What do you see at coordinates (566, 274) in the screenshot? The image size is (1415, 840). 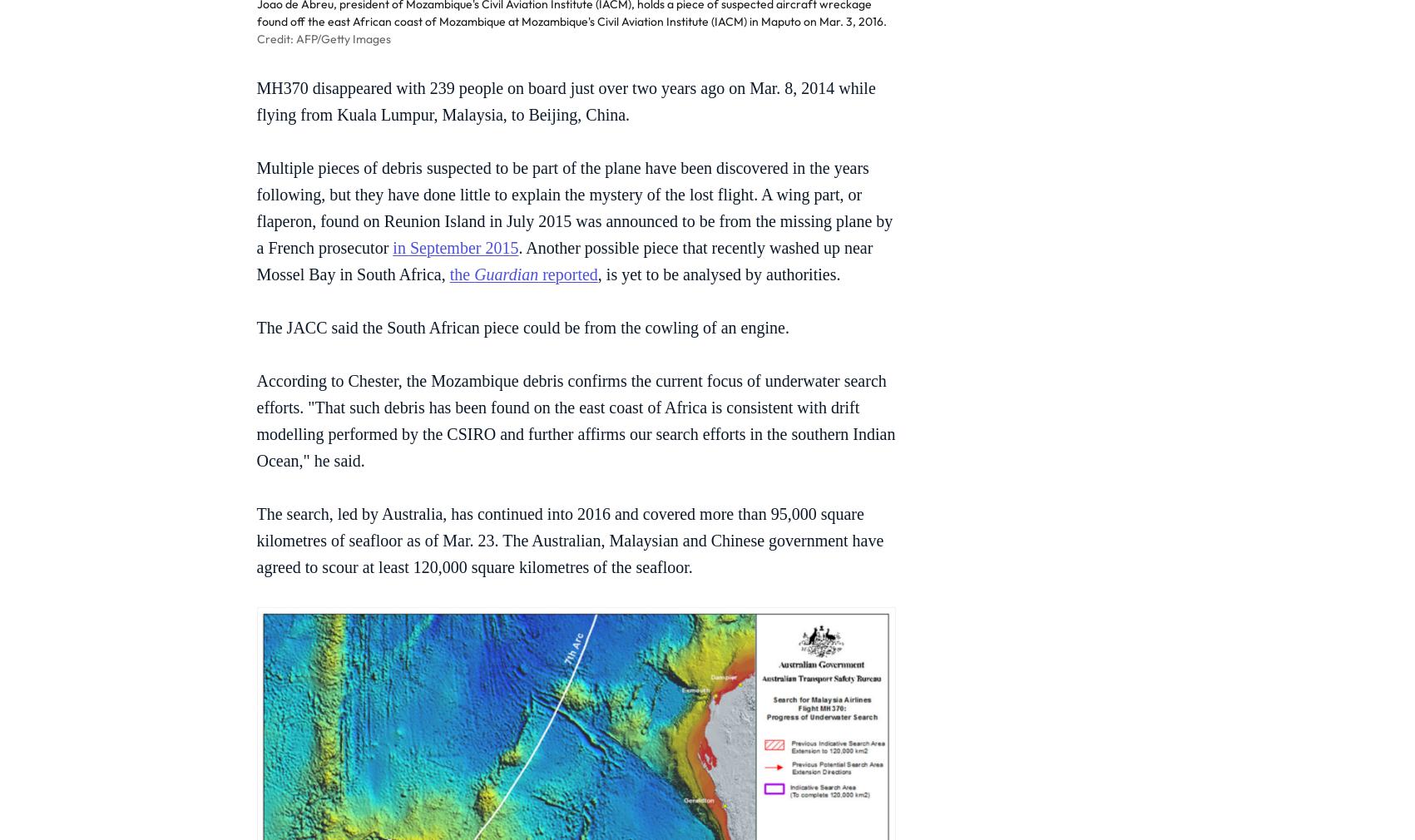 I see `'reported'` at bounding box center [566, 274].